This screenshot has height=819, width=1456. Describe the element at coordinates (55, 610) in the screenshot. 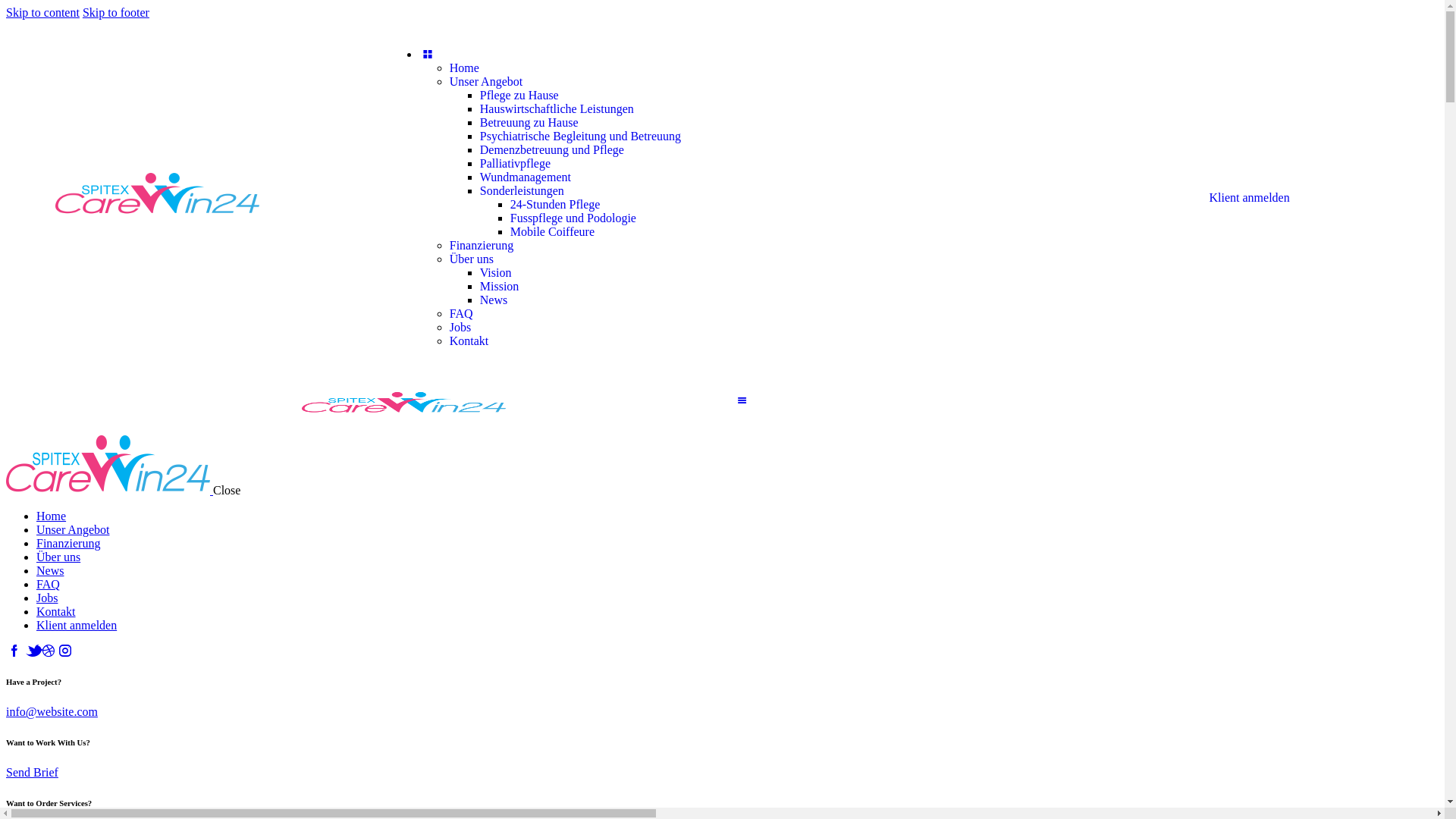

I see `'Kontakt'` at that location.